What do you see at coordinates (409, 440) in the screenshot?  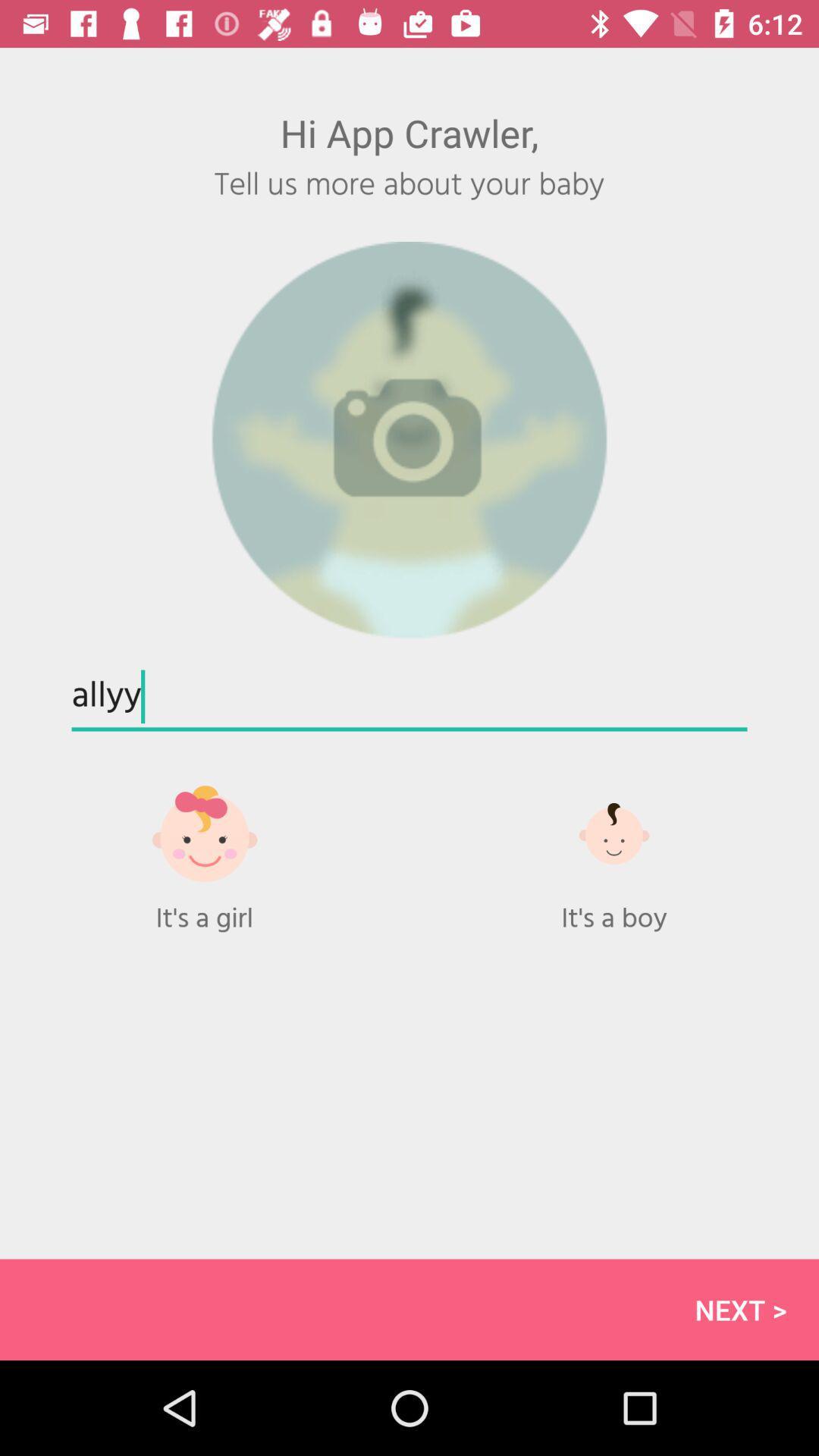 I see `the item below tell us more icon` at bounding box center [409, 440].